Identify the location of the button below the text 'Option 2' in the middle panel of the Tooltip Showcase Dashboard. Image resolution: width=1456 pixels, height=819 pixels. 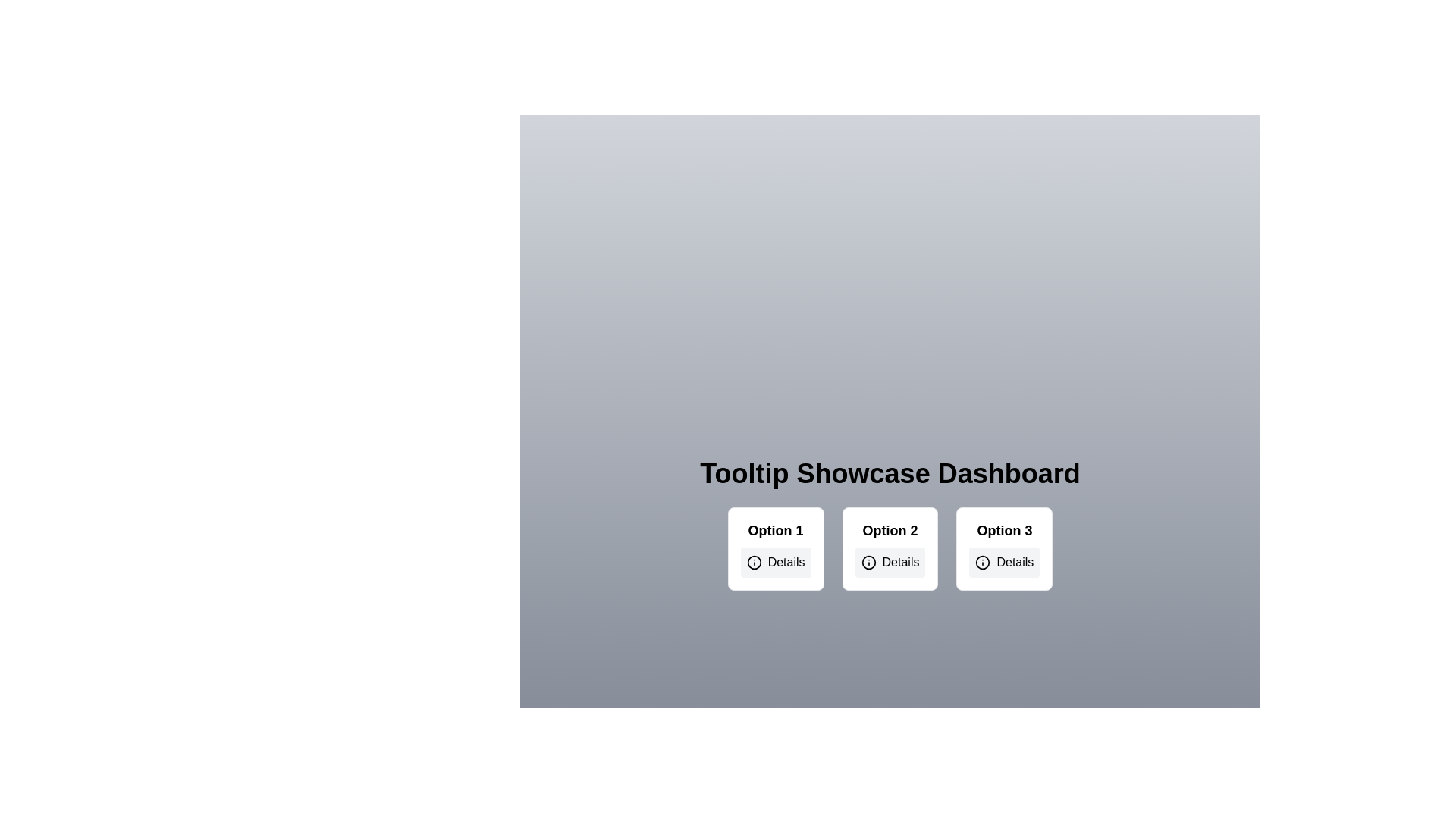
(890, 562).